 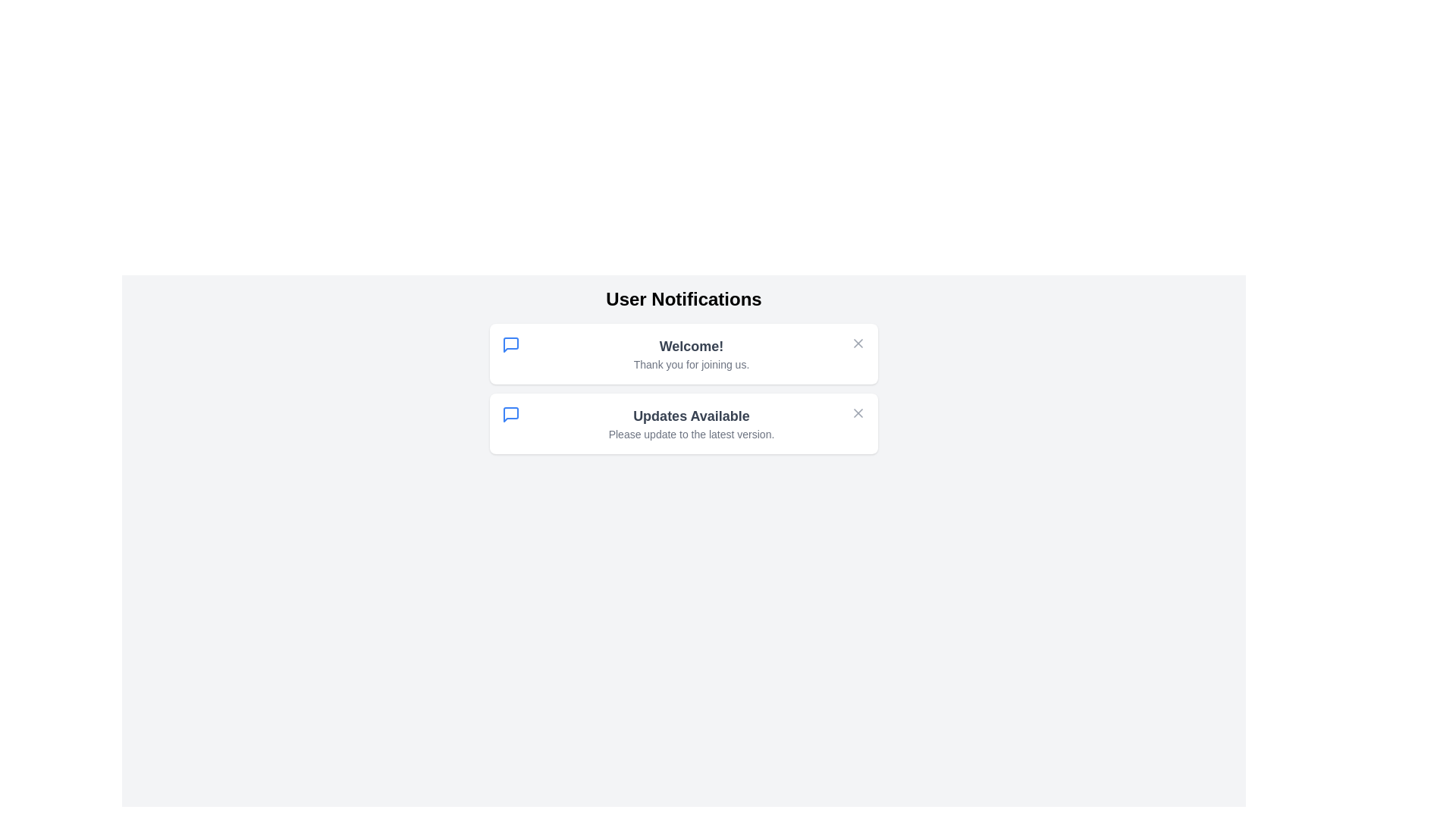 What do you see at coordinates (691, 353) in the screenshot?
I see `the welcome message text display located in the notifications section, which is centrally aligned below the 'User Notifications' heading` at bounding box center [691, 353].